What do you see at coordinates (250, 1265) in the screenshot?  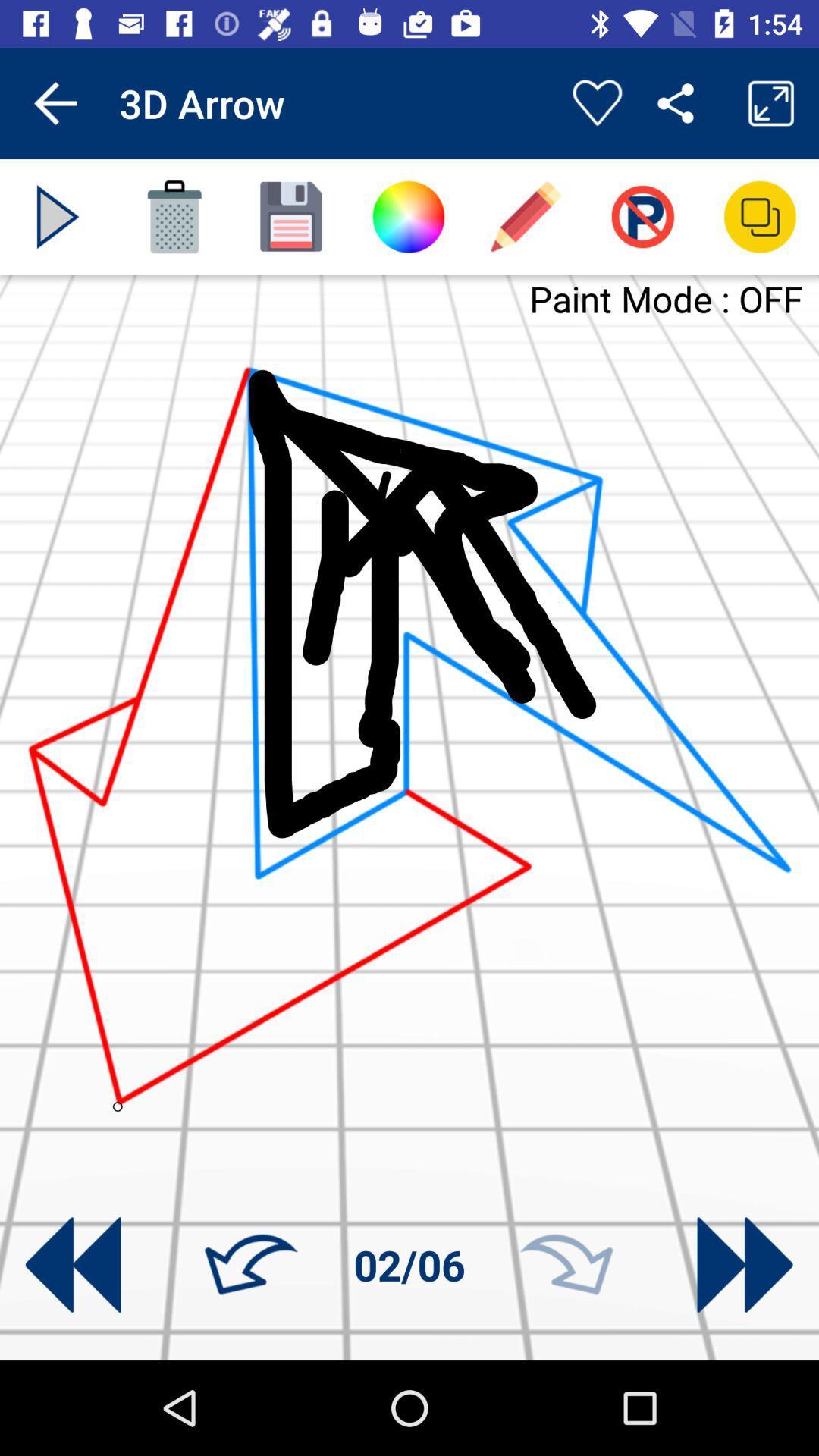 I see `the icon next to 02/06 item` at bounding box center [250, 1265].